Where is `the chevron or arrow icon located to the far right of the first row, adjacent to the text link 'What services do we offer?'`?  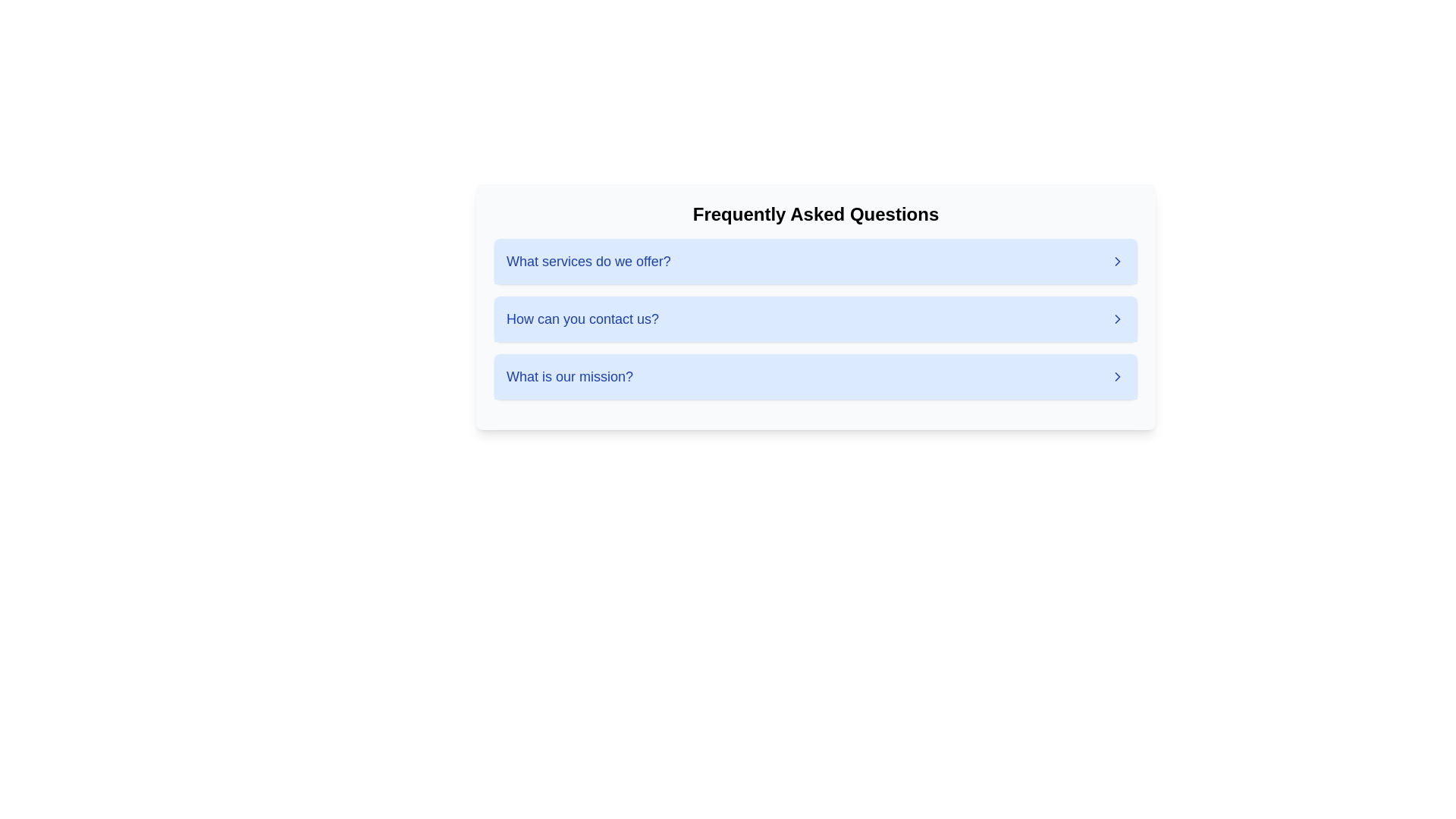
the chevron or arrow icon located to the far right of the first row, adjacent to the text link 'What services do we offer?' is located at coordinates (1117, 260).